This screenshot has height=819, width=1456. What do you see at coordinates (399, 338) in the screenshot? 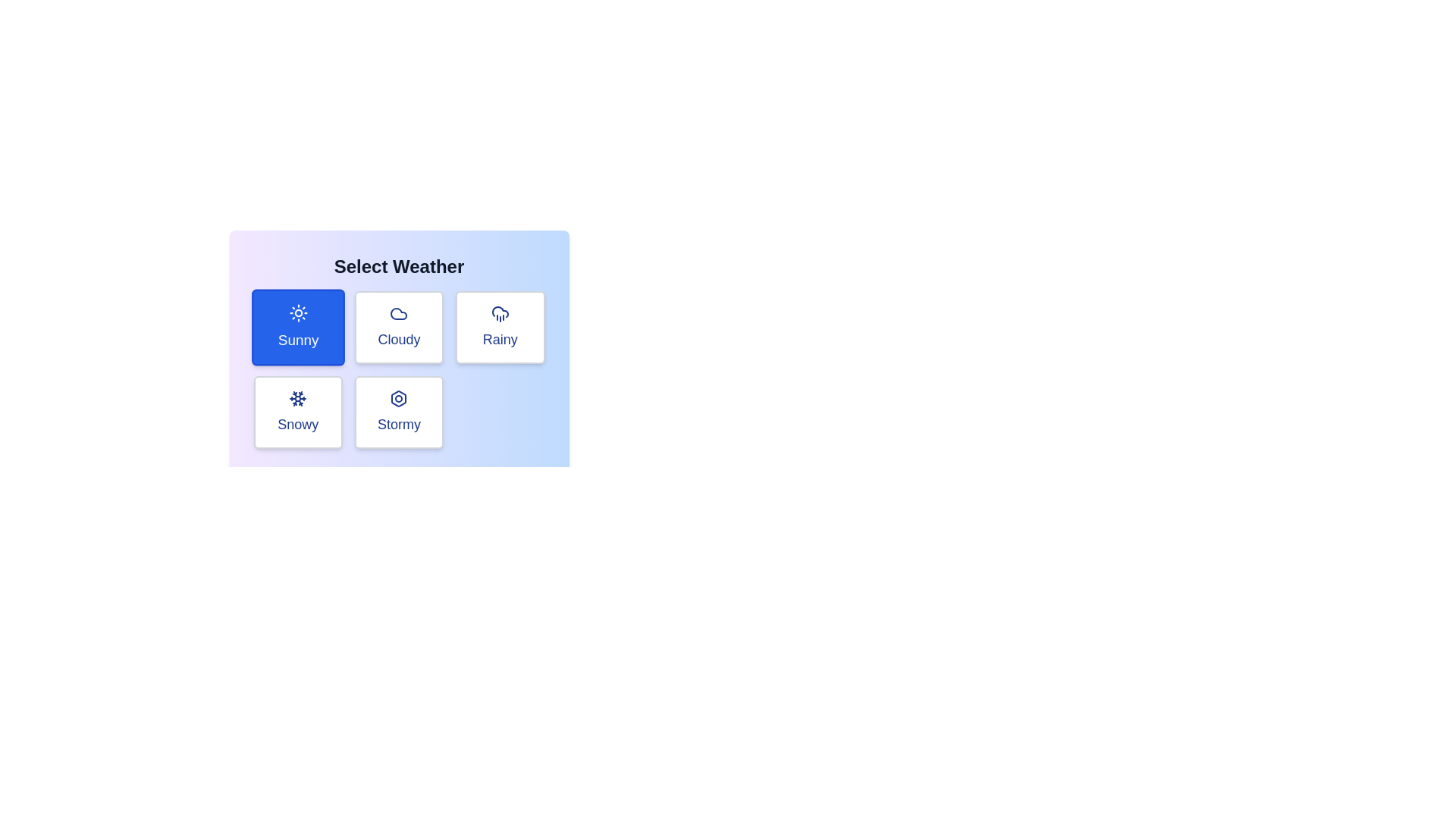
I see `label 'Cloudy' displayed in blue font within the second button of the weather selection panel titled 'Select Weather.'` at bounding box center [399, 338].